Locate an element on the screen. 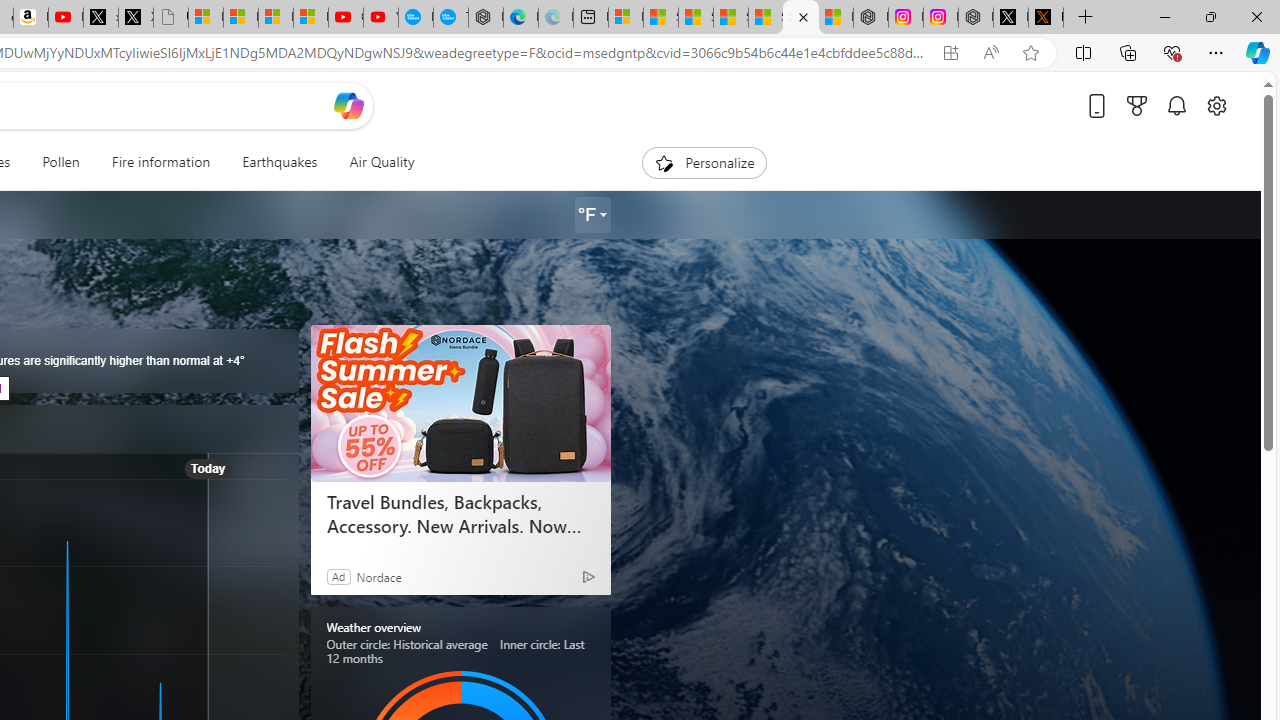 Image resolution: width=1280 pixels, height=720 pixels. 'Earthquakes' is located at coordinates (278, 162).